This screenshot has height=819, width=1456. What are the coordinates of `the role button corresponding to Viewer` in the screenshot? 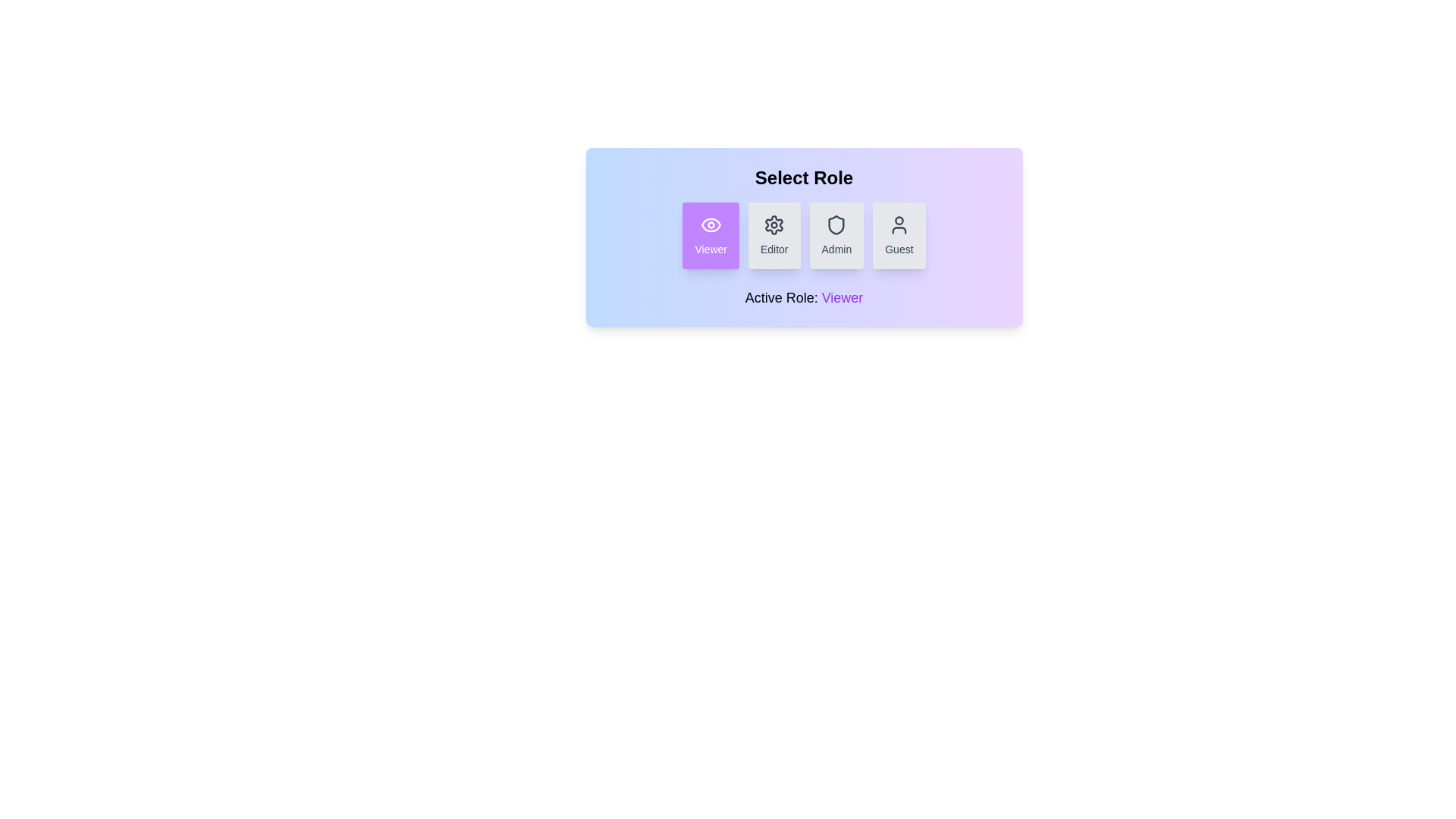 It's located at (709, 236).